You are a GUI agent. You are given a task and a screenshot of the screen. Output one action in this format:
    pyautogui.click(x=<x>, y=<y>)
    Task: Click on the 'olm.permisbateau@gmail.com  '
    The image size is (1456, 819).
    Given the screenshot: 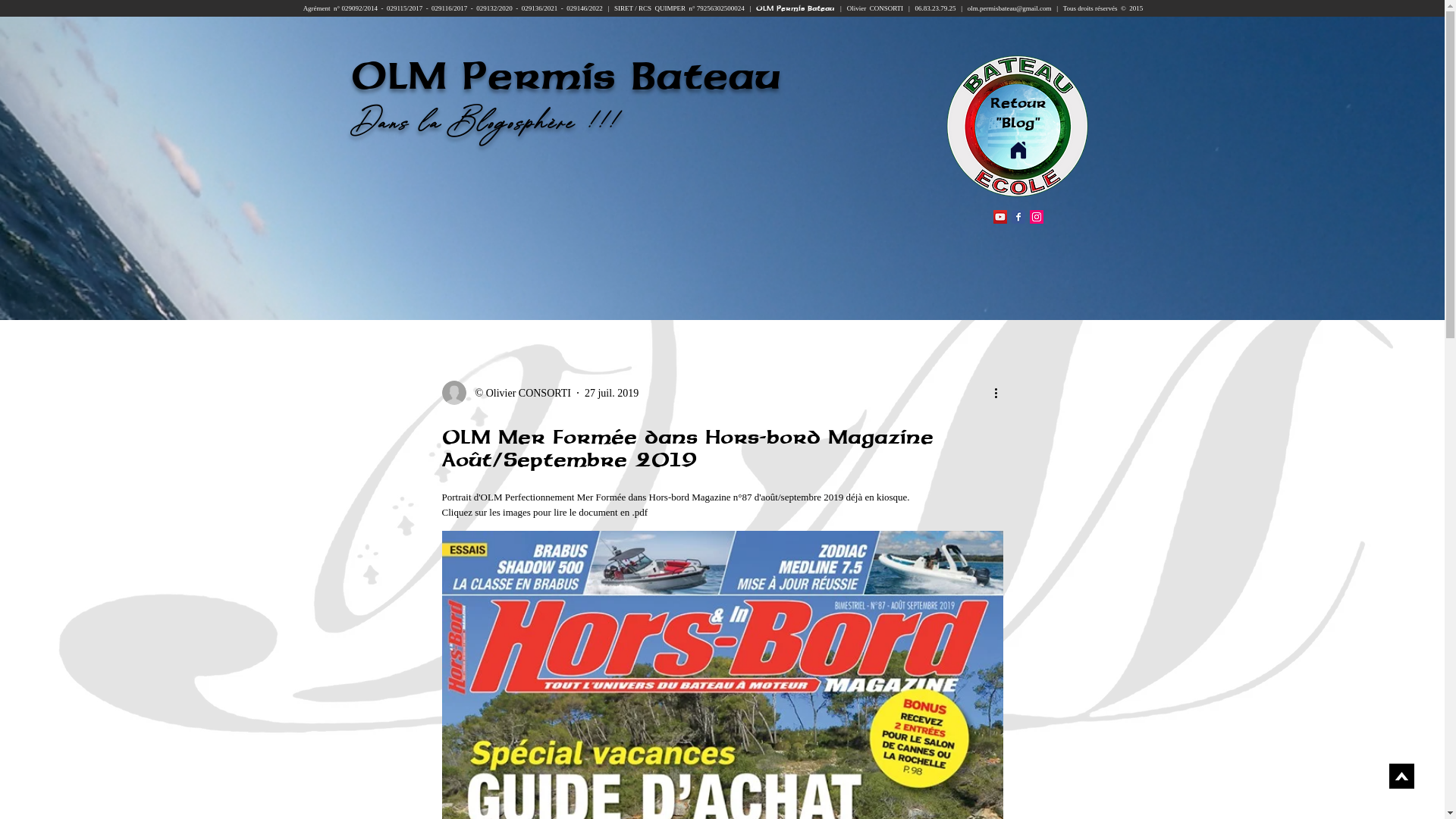 What is the action you would take?
    pyautogui.click(x=1011, y=8)
    